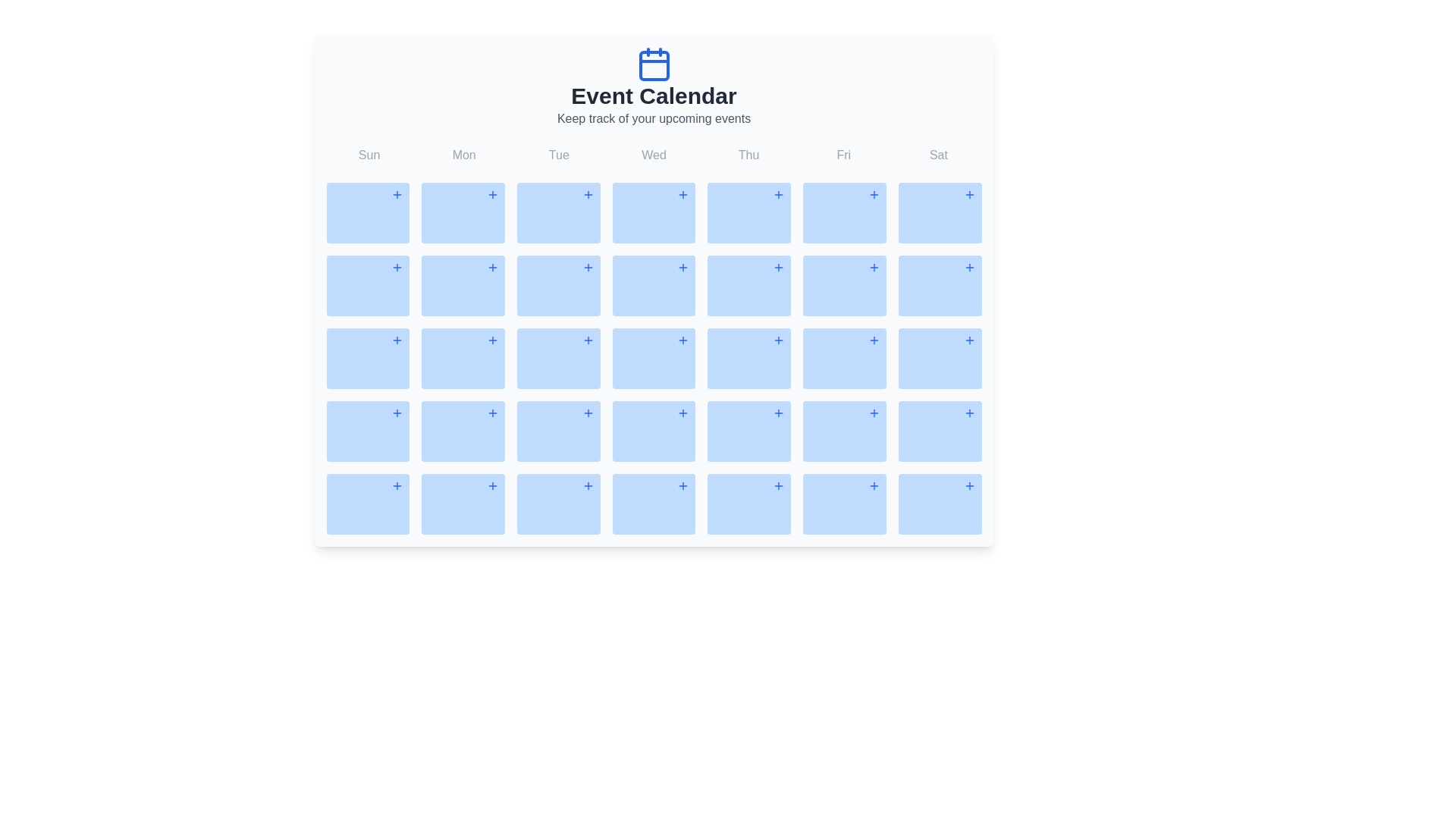  I want to click on the Calendar day cell located in the first row and second column, so click(463, 213).